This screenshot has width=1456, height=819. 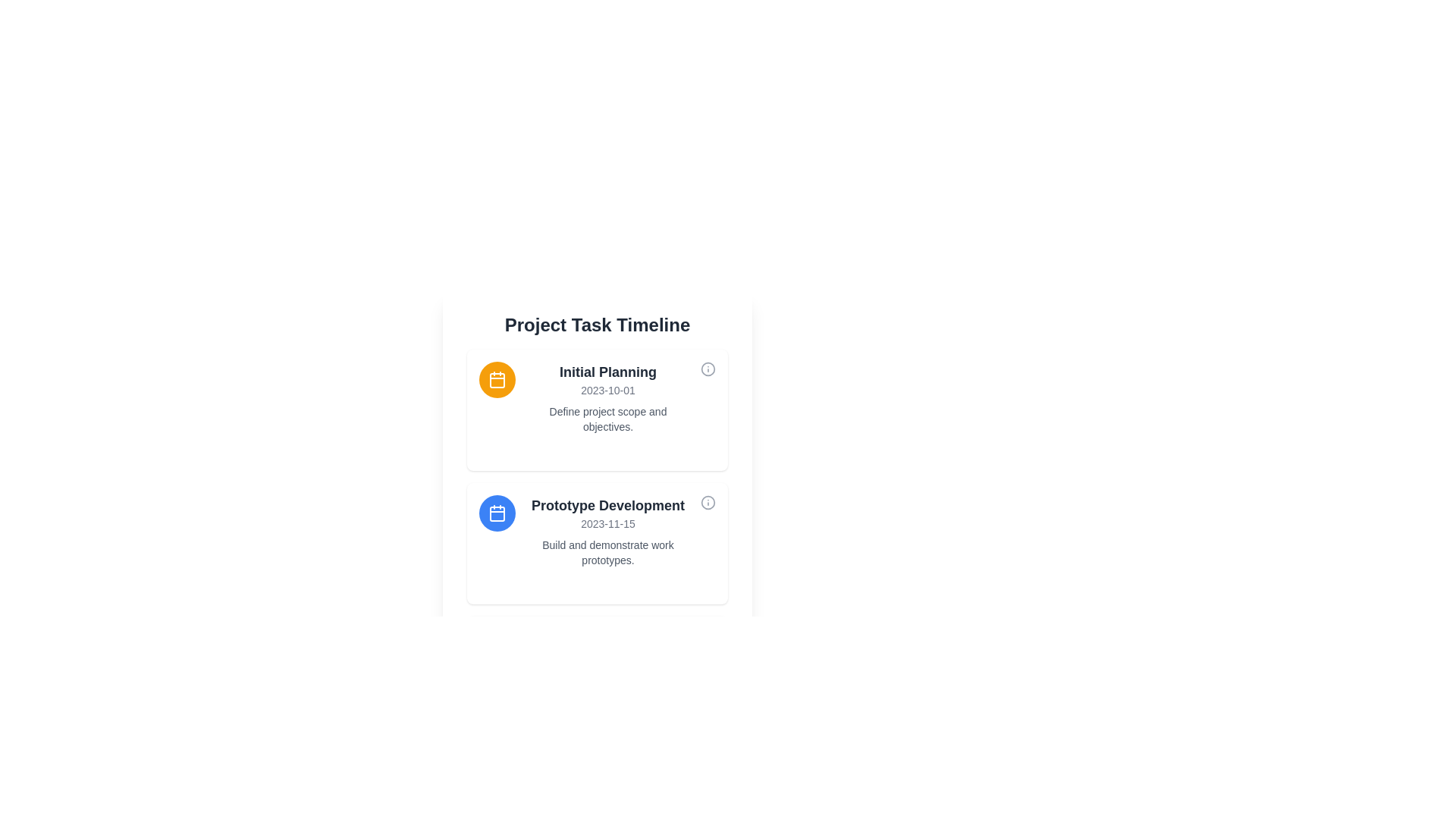 I want to click on the small circular icon with a light gray outline located at the top-right corner of the 'Initial Planning' task card, so click(x=708, y=371).